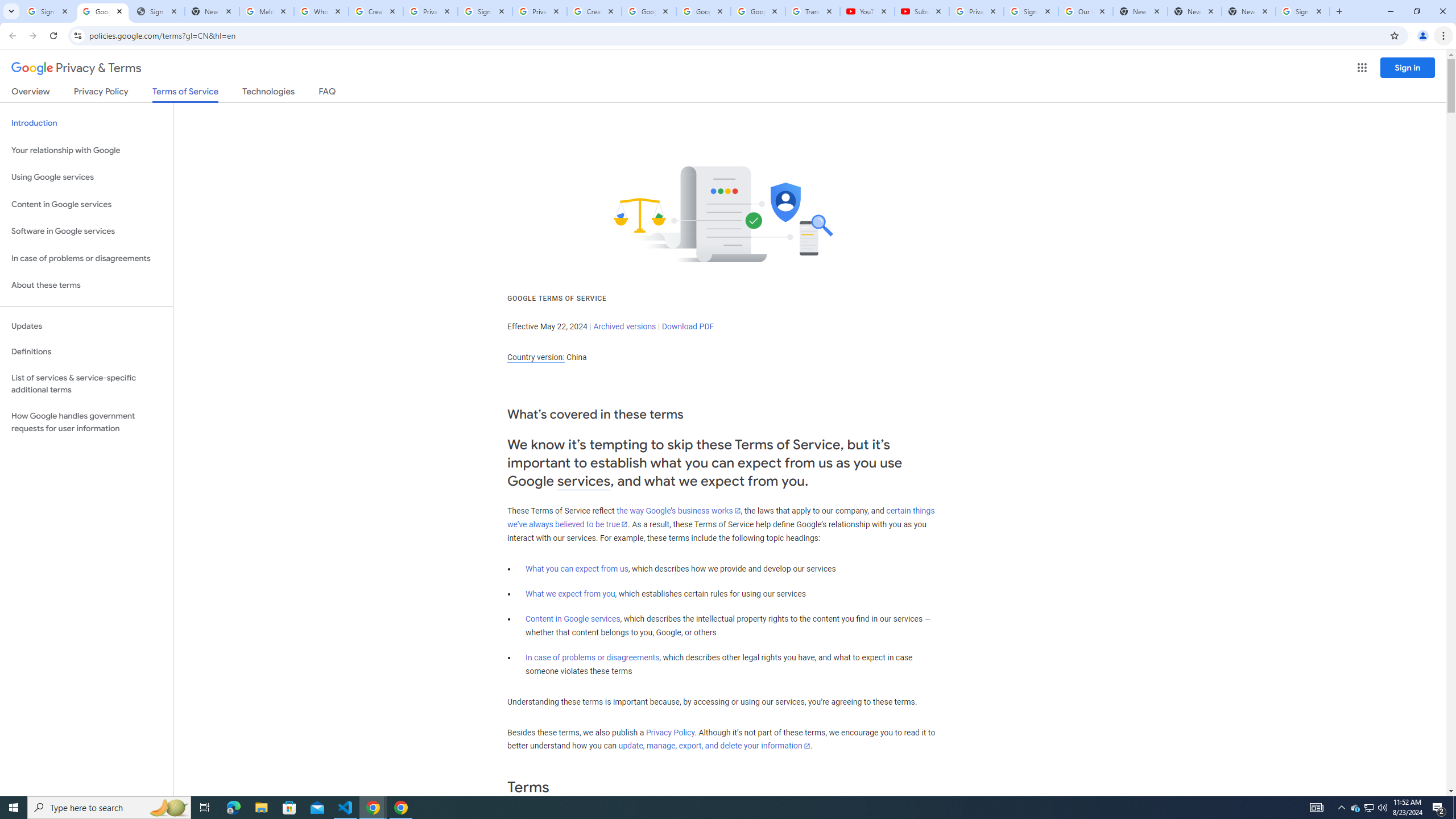 This screenshot has height=819, width=1456. I want to click on 'Privacy Policy', so click(669, 732).